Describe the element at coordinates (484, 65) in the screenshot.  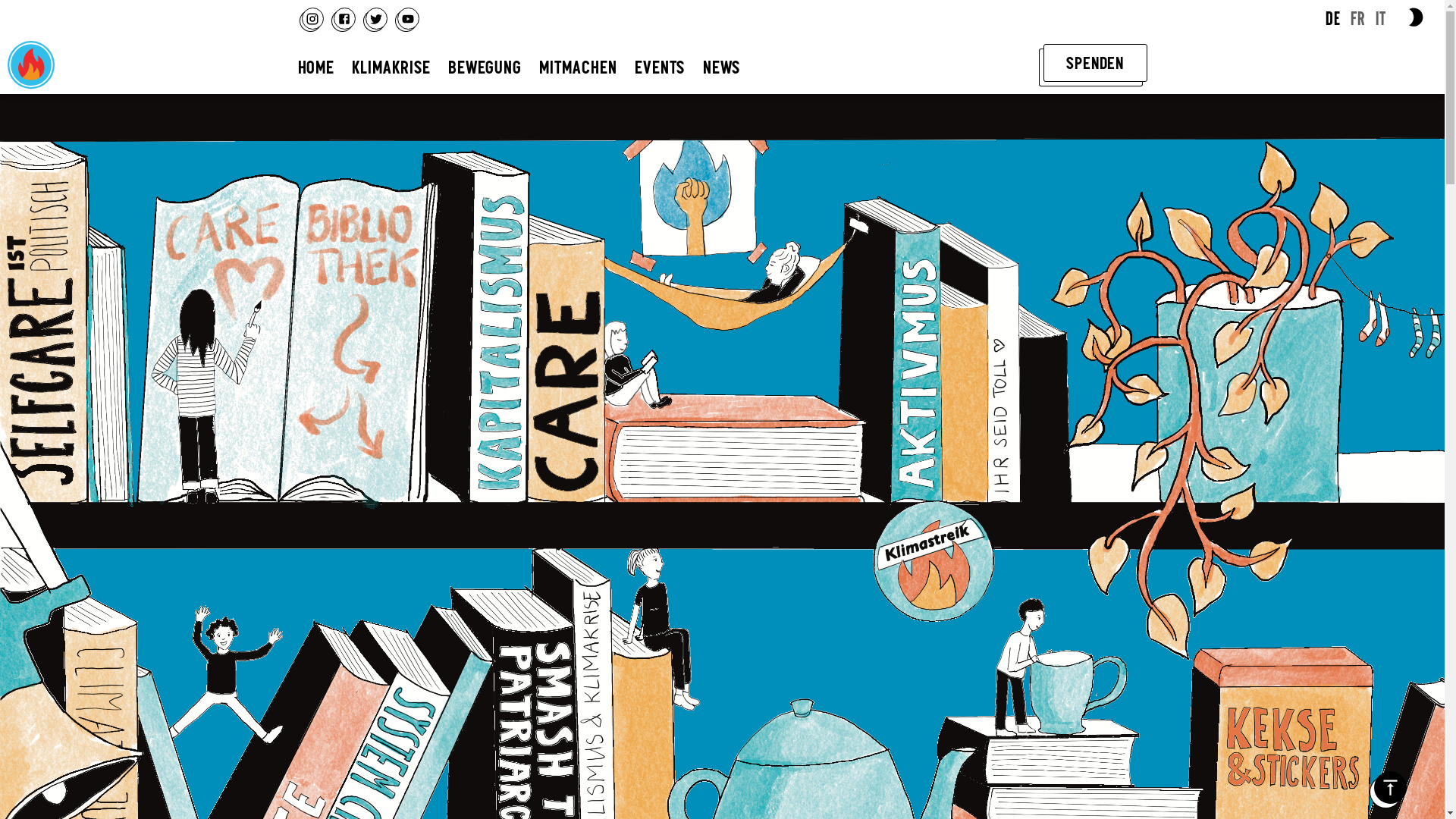
I see `'BEWEGUNG'` at that location.